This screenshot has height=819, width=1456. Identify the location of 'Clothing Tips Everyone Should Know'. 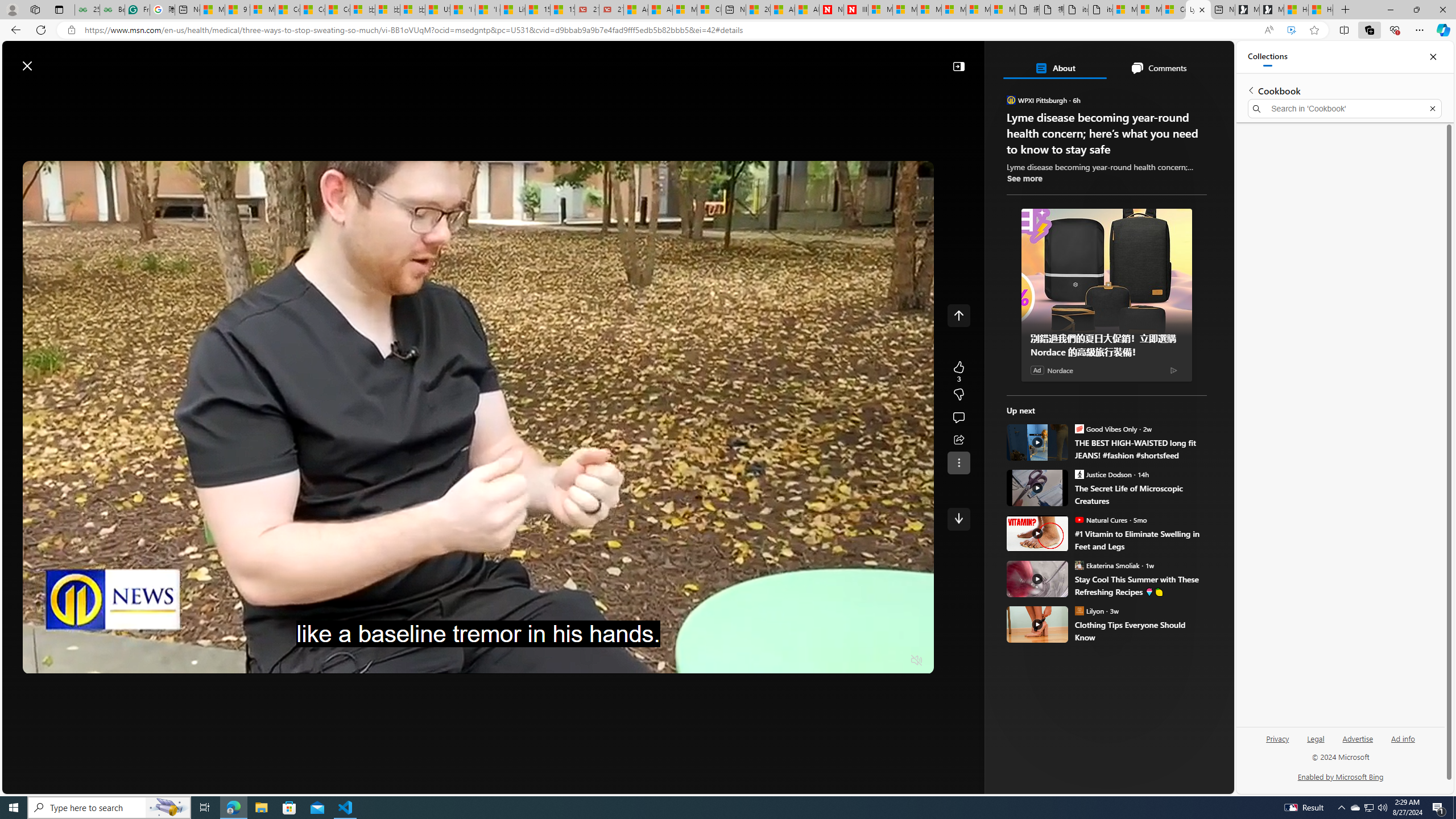
(1037, 624).